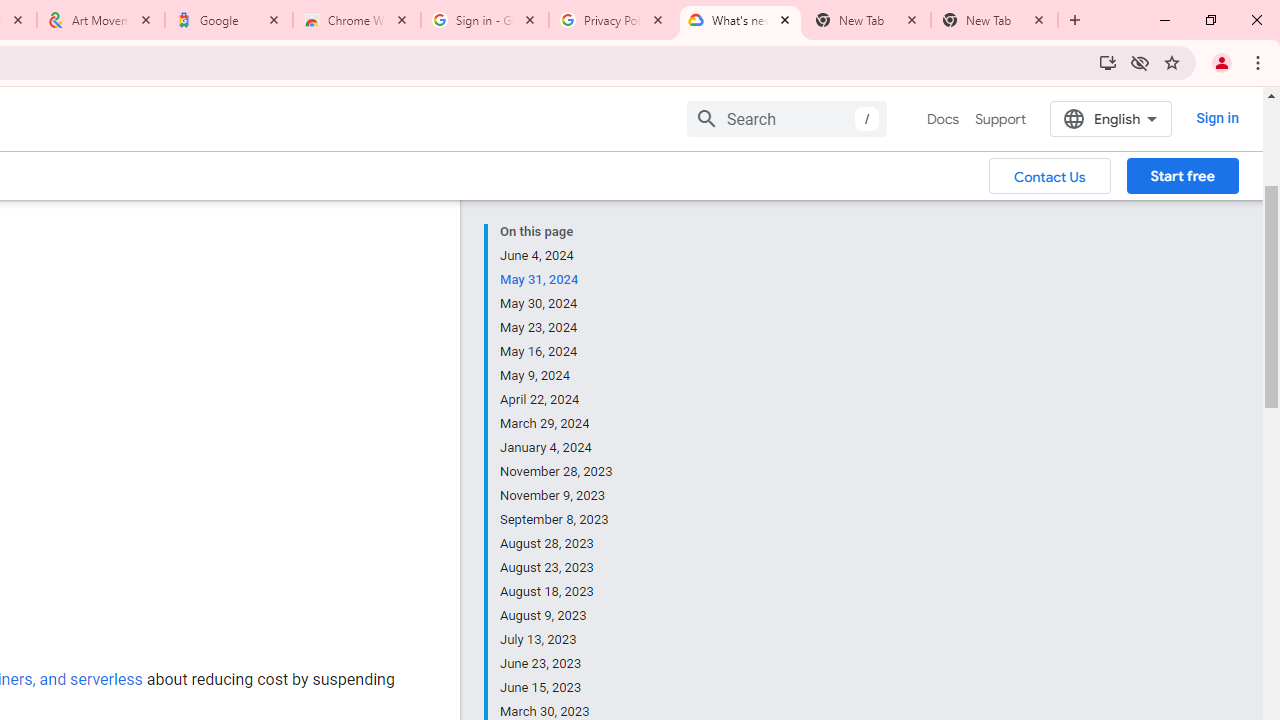 Image resolution: width=1280 pixels, height=720 pixels. I want to click on 'Contact Us', so click(1049, 174).